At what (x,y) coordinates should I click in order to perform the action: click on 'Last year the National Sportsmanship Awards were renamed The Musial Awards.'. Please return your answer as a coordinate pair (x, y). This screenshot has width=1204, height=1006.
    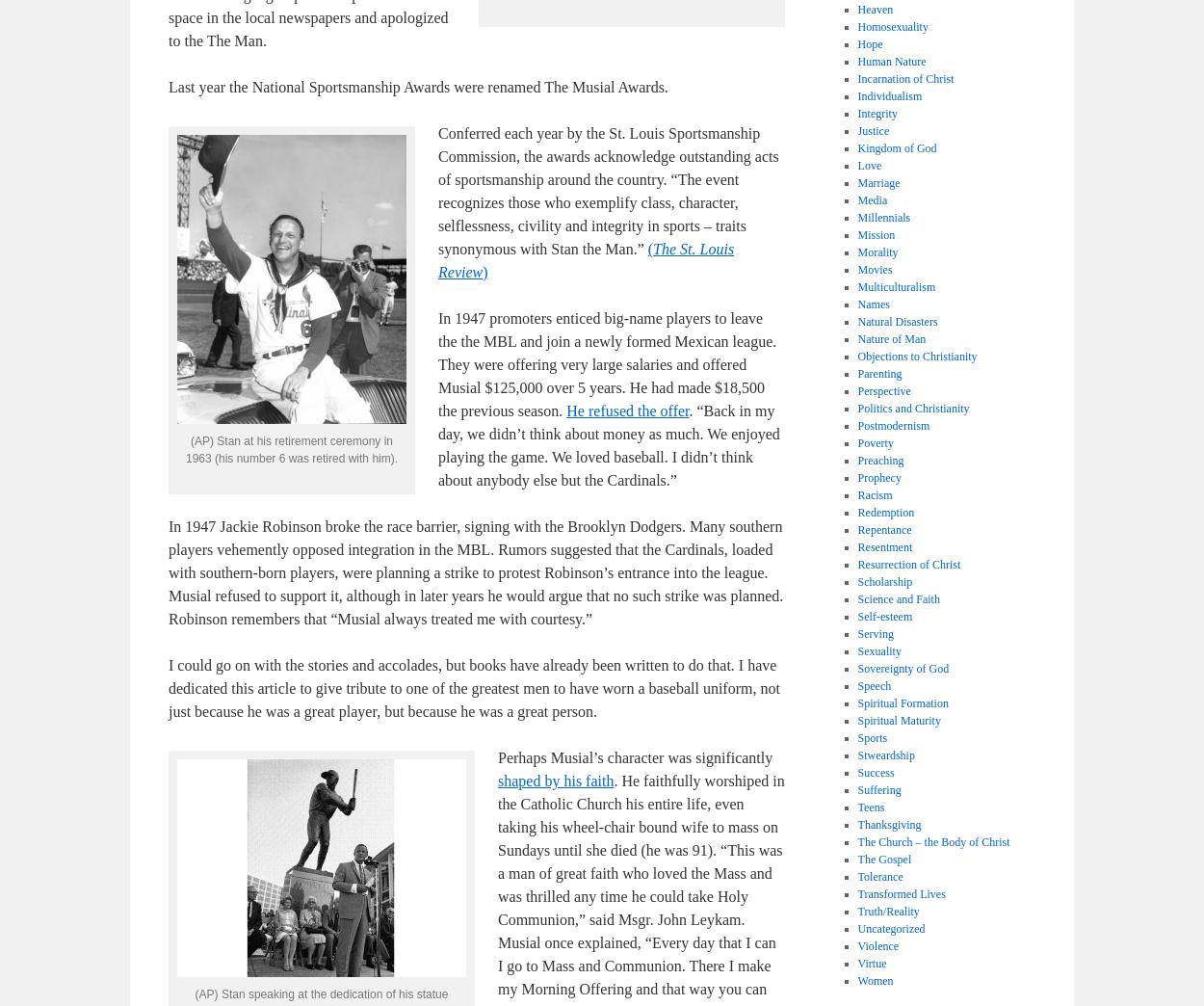
    Looking at the image, I should click on (418, 87).